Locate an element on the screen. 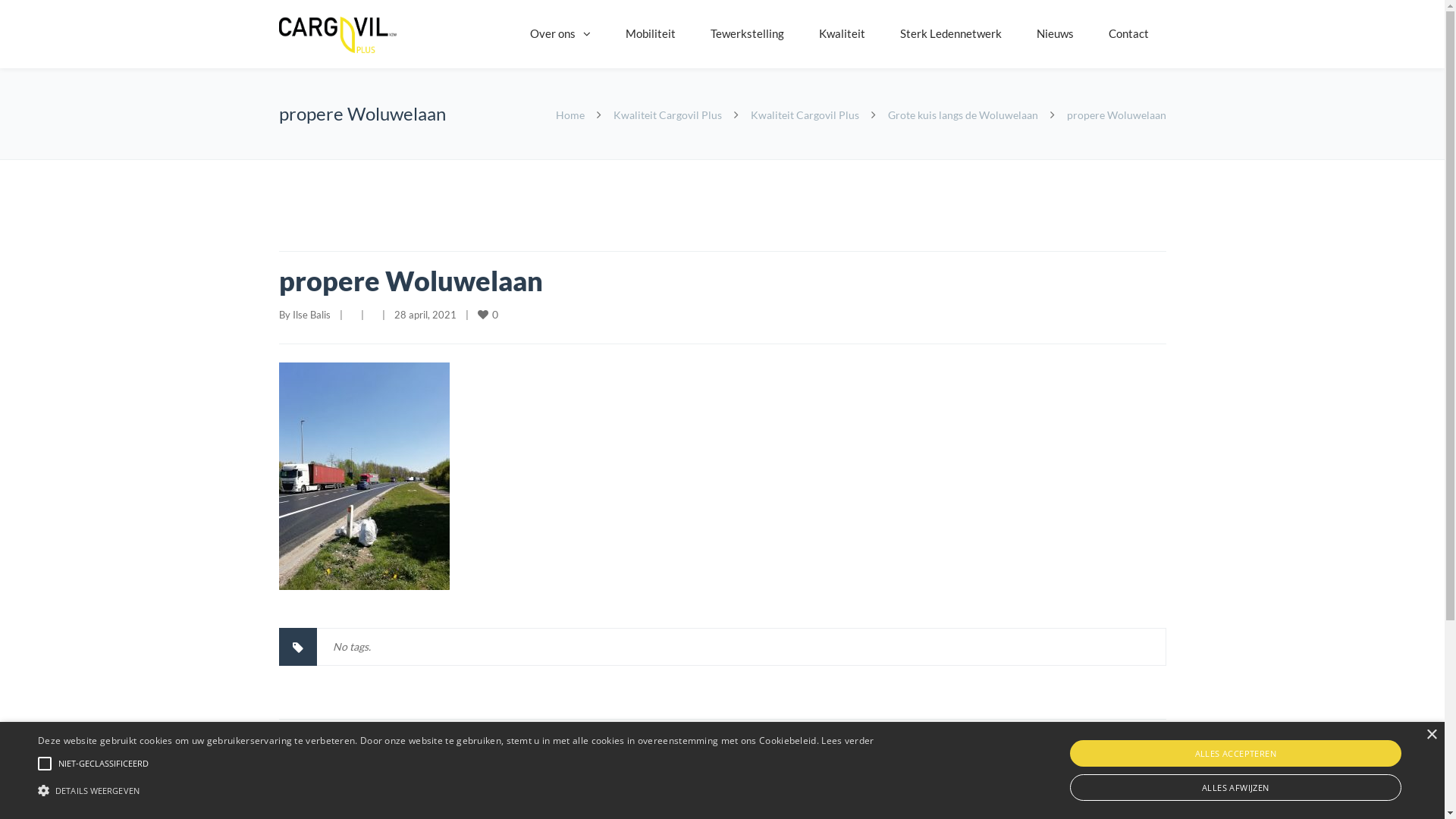  'Tewerkstelling' is located at coordinates (692, 34).